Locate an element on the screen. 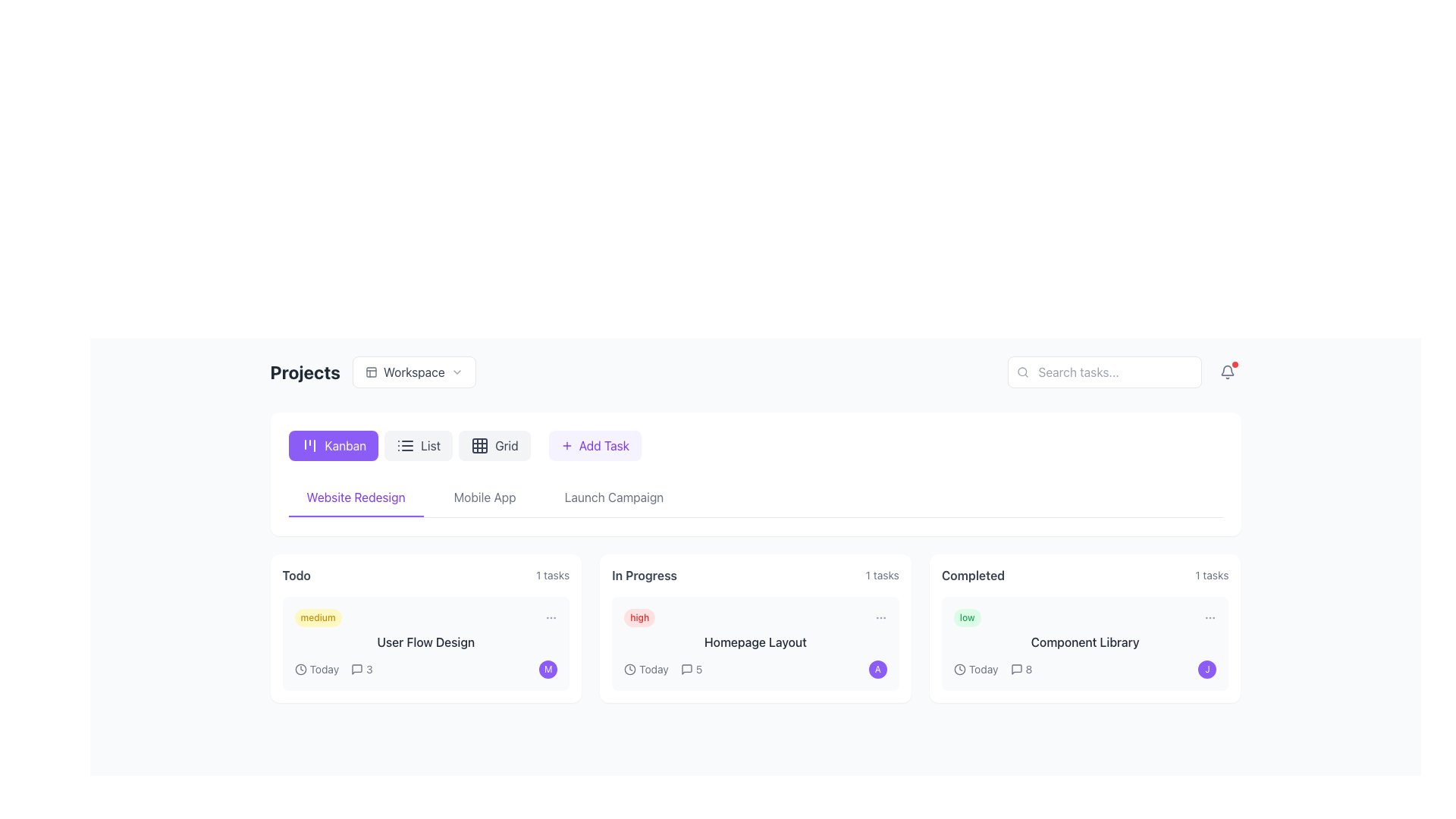 This screenshot has width=1456, height=819. the text label located at the bottom of the 'Completed' card in the 'Projects' section to access related elements is located at coordinates (1084, 642).